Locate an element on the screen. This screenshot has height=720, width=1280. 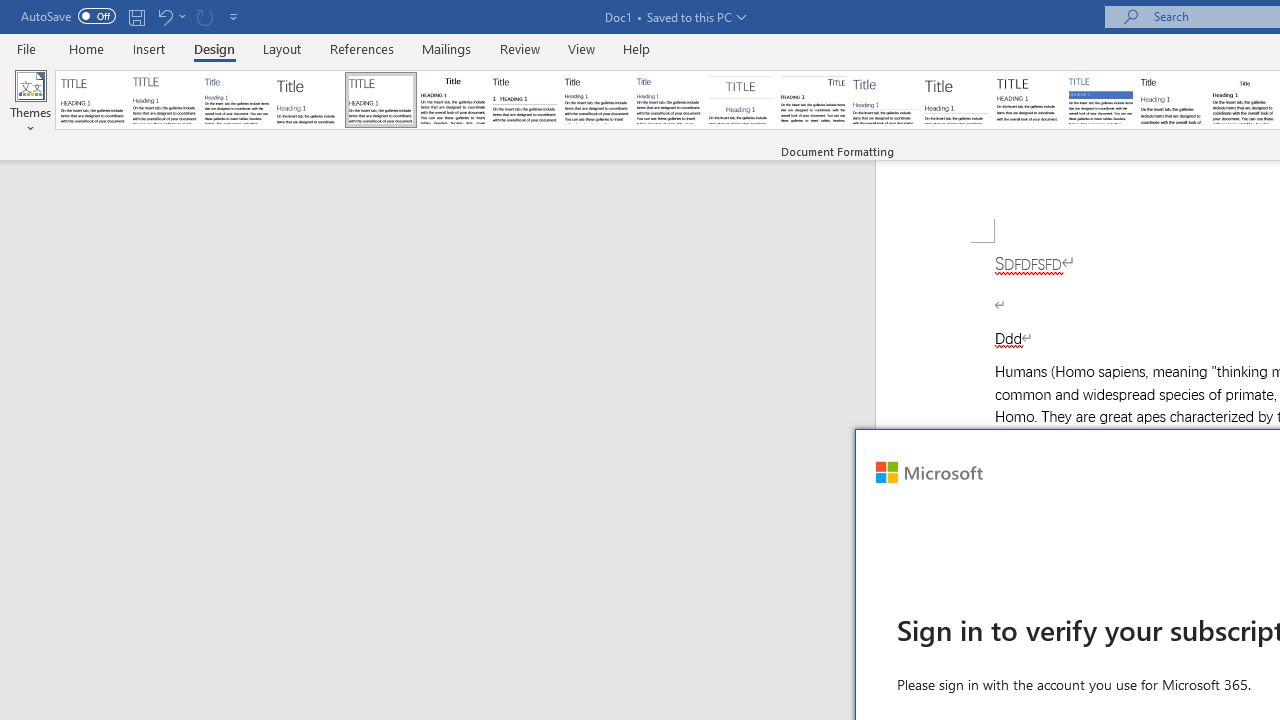
'Black & White (Capitalized)' is located at coordinates (381, 100).